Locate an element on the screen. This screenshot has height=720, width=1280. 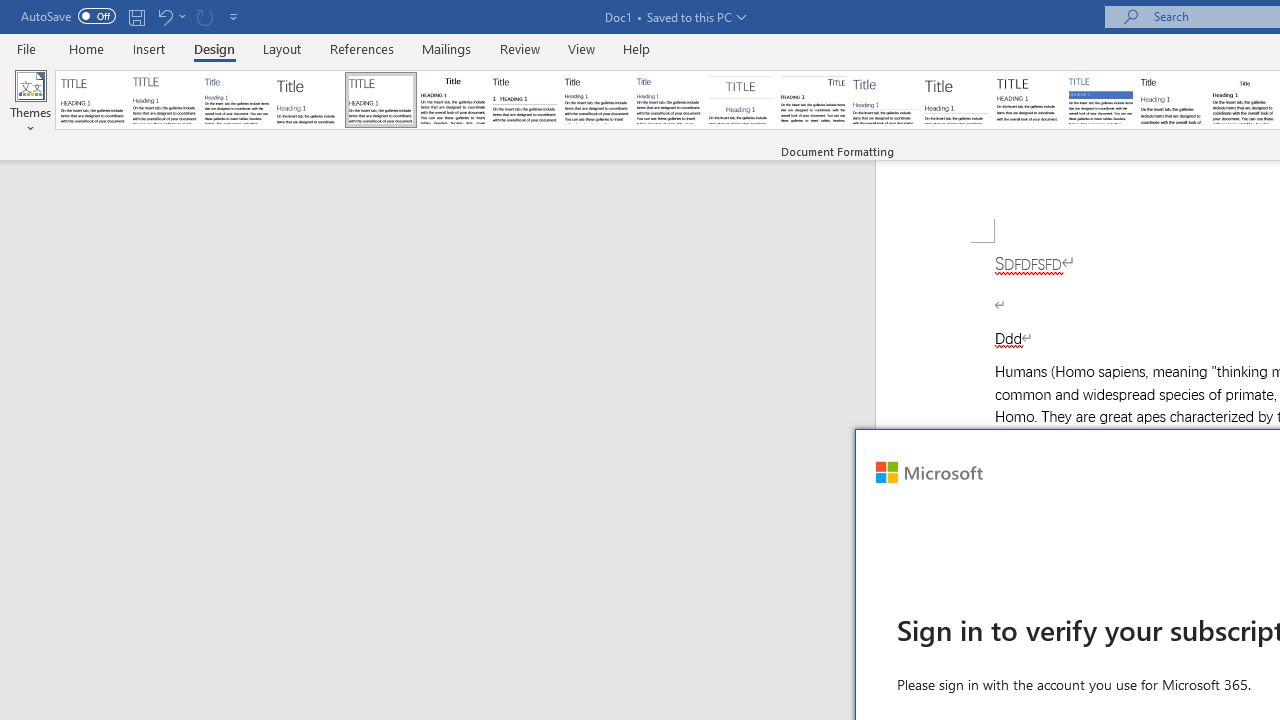
'Black & White (Capitalized)' is located at coordinates (381, 100).